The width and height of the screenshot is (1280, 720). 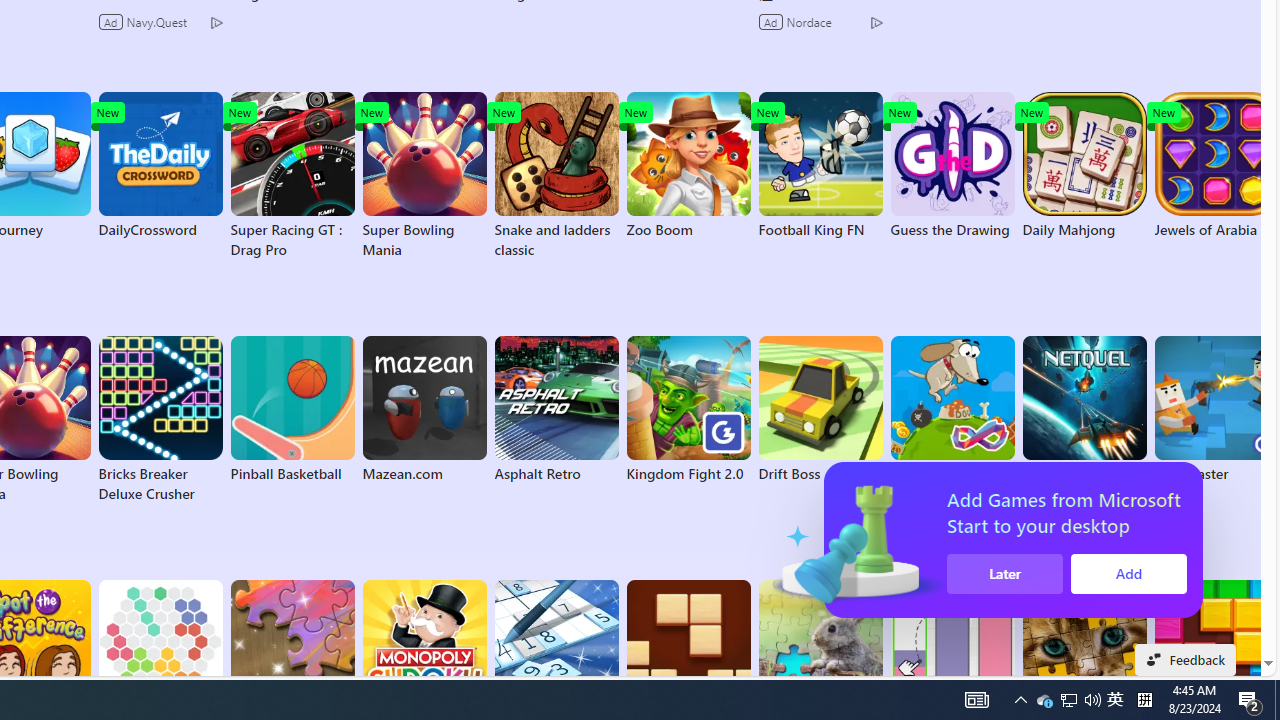 I want to click on 'Super Bowling Mania', so click(x=423, y=175).